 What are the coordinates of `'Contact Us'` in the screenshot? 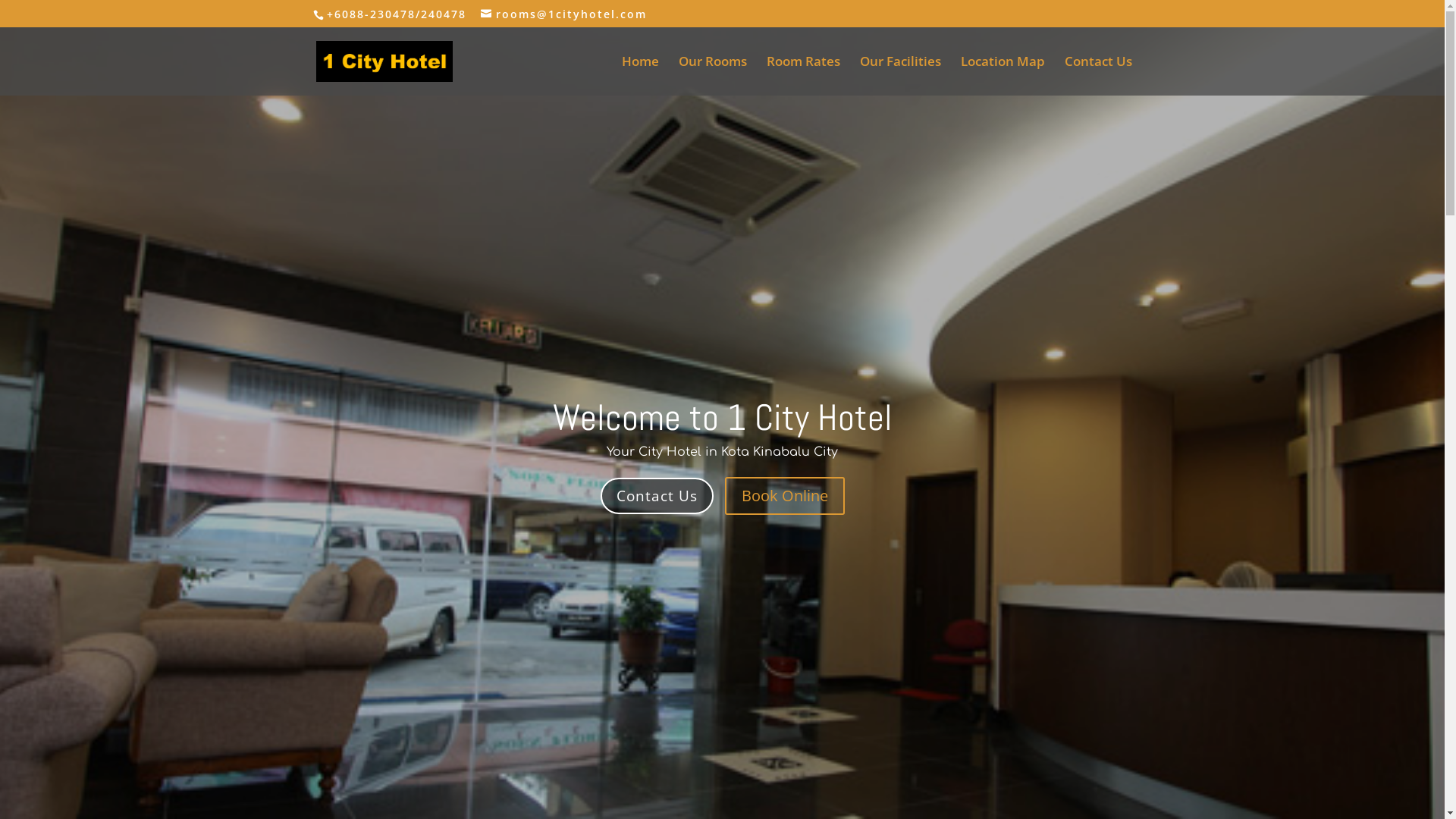 It's located at (600, 496).